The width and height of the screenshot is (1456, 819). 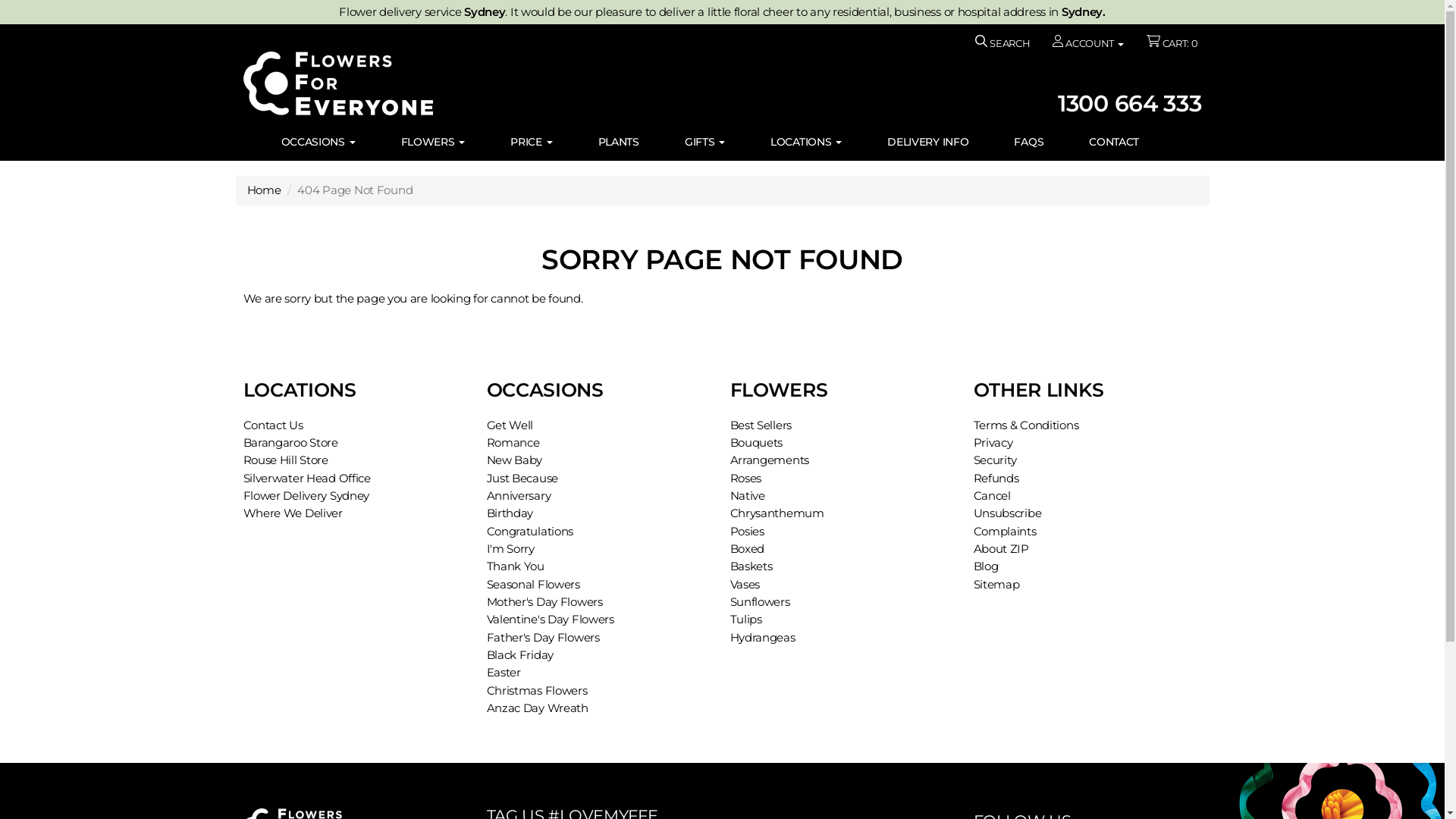 I want to click on 'Cancel', so click(x=992, y=496).